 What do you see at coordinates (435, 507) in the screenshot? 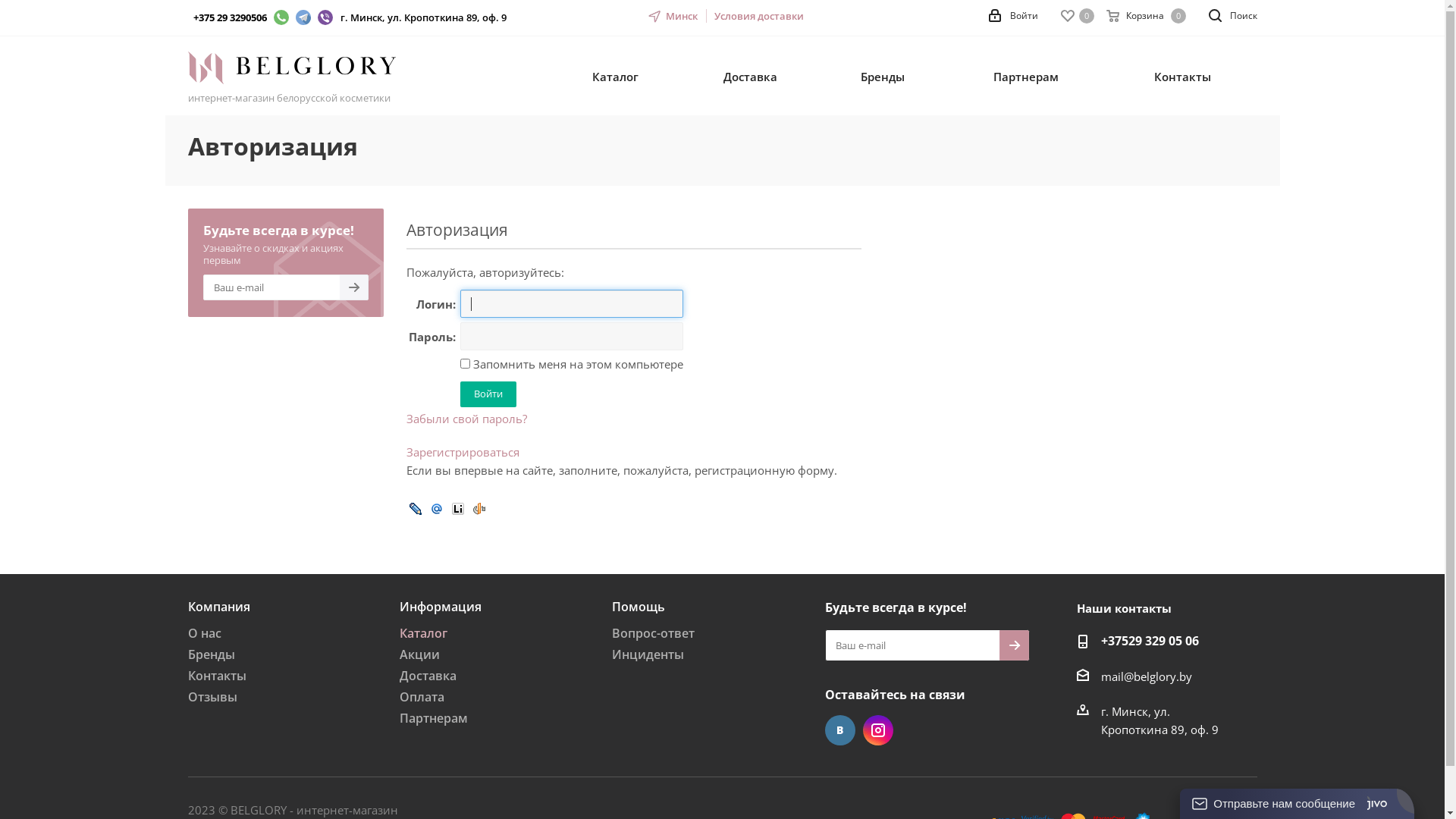
I see `'Mail.Ru'` at bounding box center [435, 507].